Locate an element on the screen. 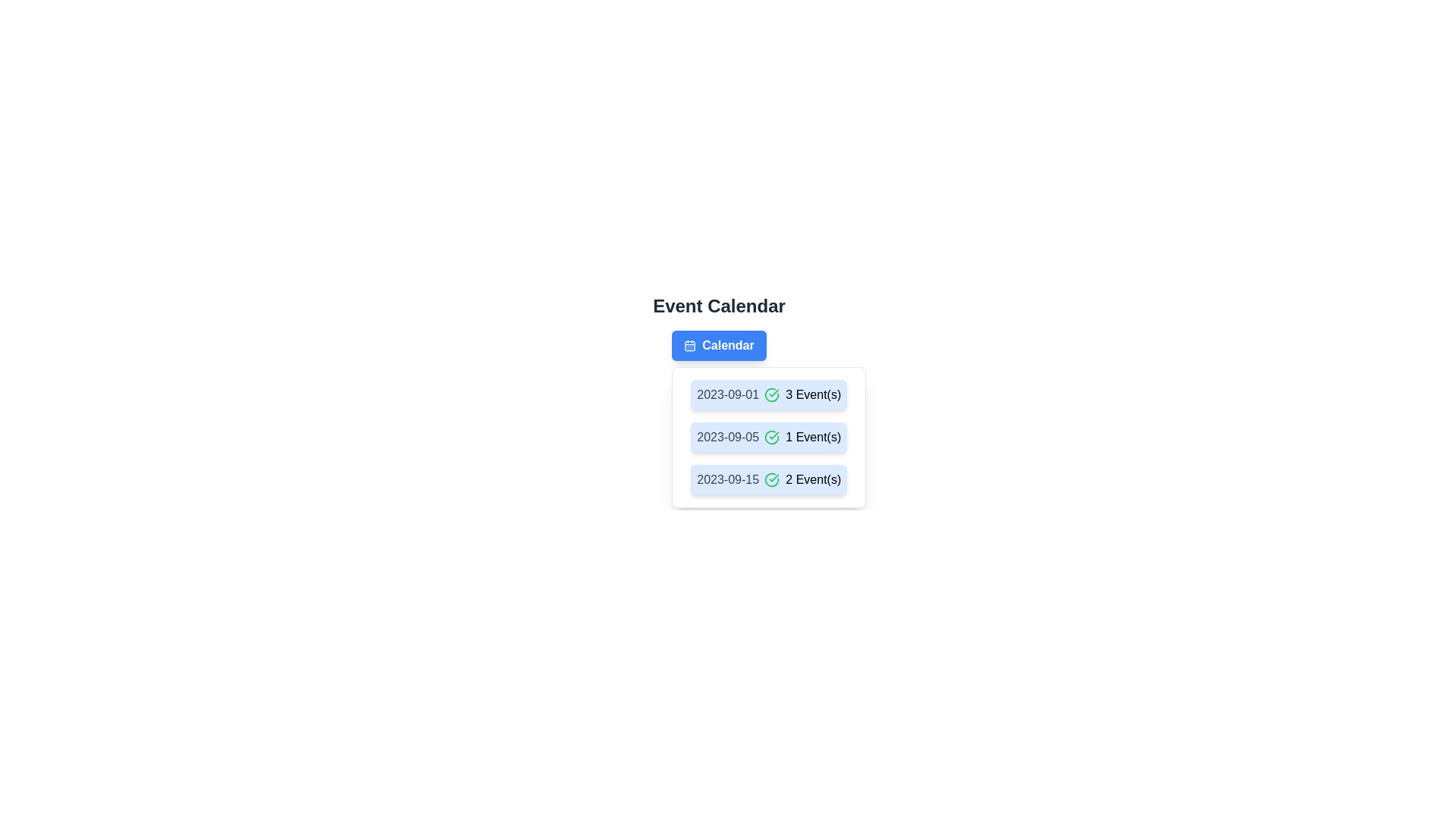  the first list item with a light blue background, containing the date '2023-09-01' and a description '3 Event(s)' is located at coordinates (769, 394).